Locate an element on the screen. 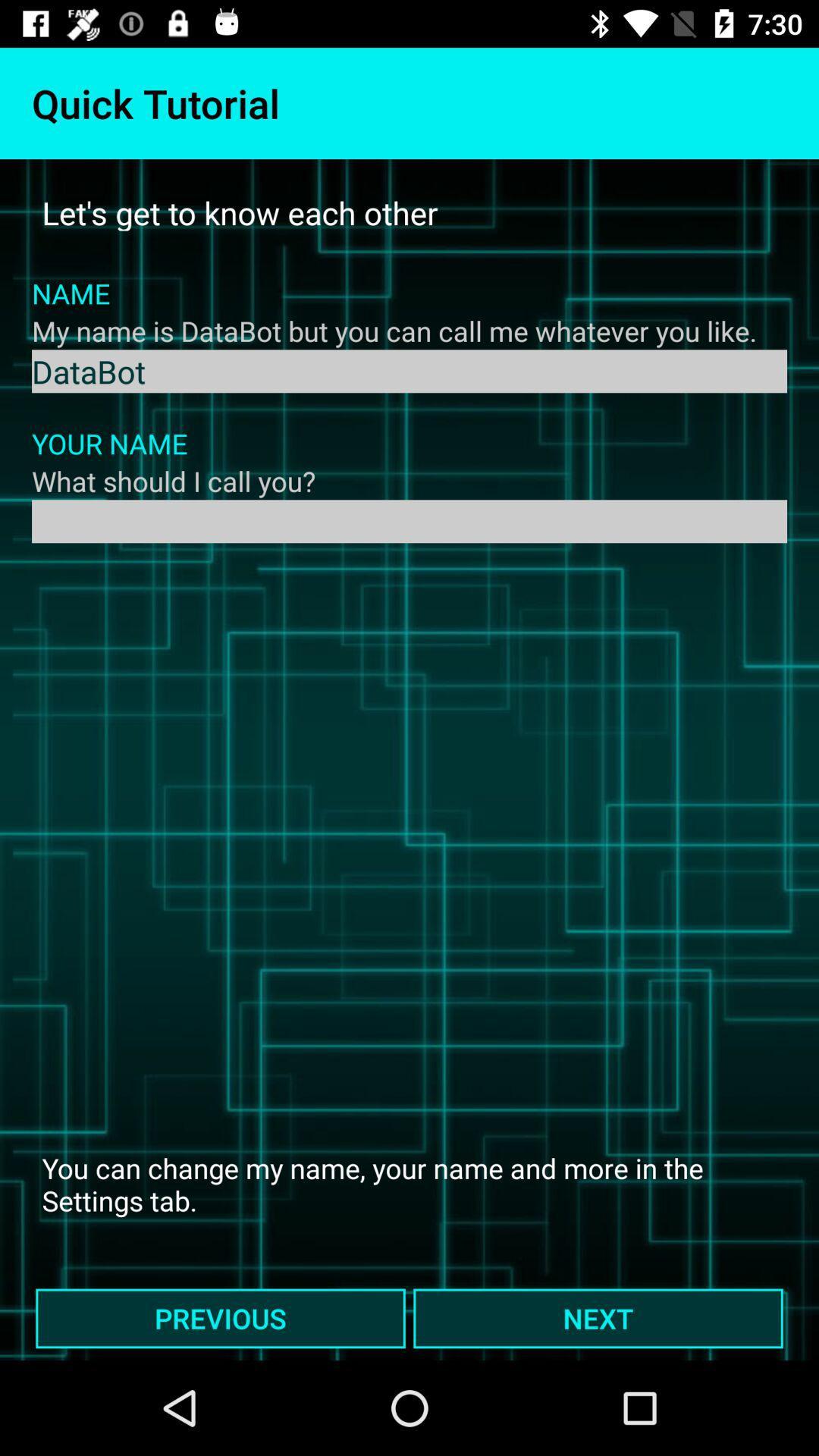 The height and width of the screenshot is (1456, 819). your name is located at coordinates (409, 521).